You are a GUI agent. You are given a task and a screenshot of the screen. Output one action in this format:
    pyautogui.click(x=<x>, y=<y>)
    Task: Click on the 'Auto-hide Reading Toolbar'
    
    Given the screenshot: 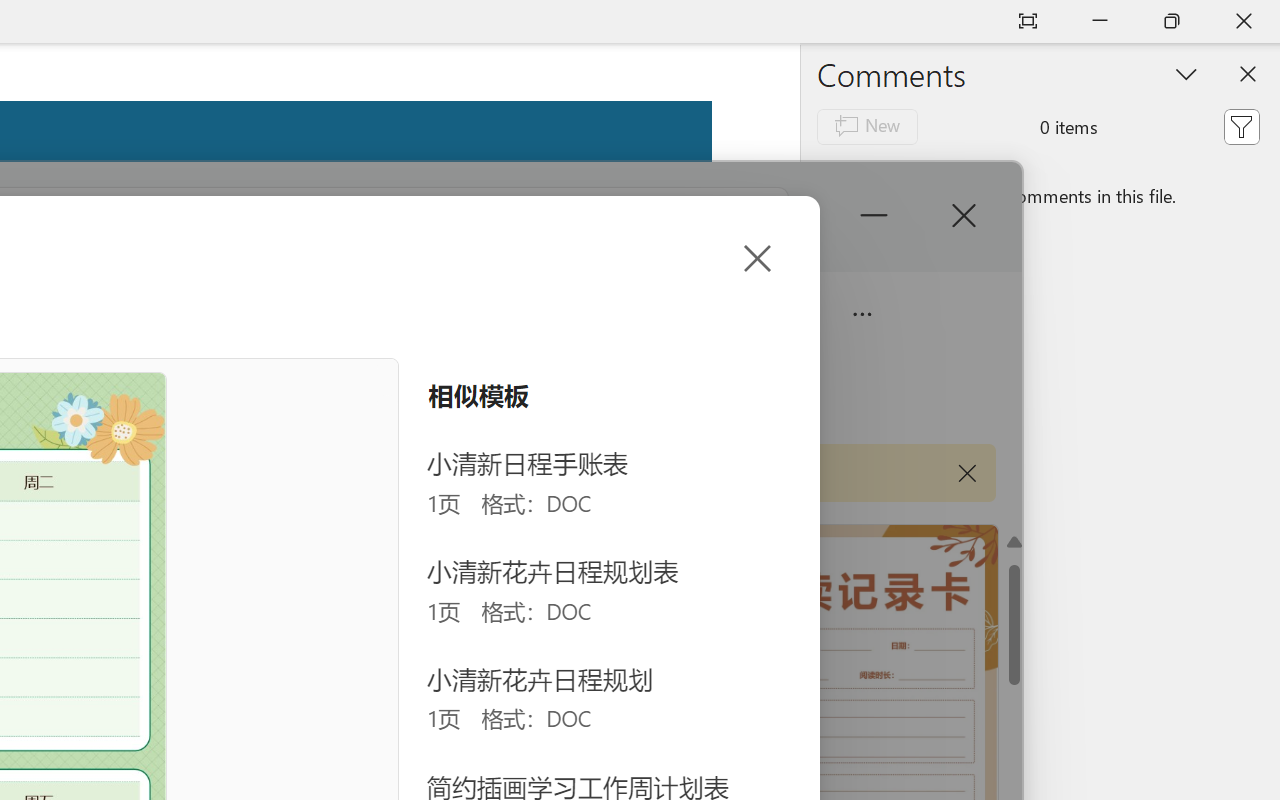 What is the action you would take?
    pyautogui.click(x=1027, y=21)
    